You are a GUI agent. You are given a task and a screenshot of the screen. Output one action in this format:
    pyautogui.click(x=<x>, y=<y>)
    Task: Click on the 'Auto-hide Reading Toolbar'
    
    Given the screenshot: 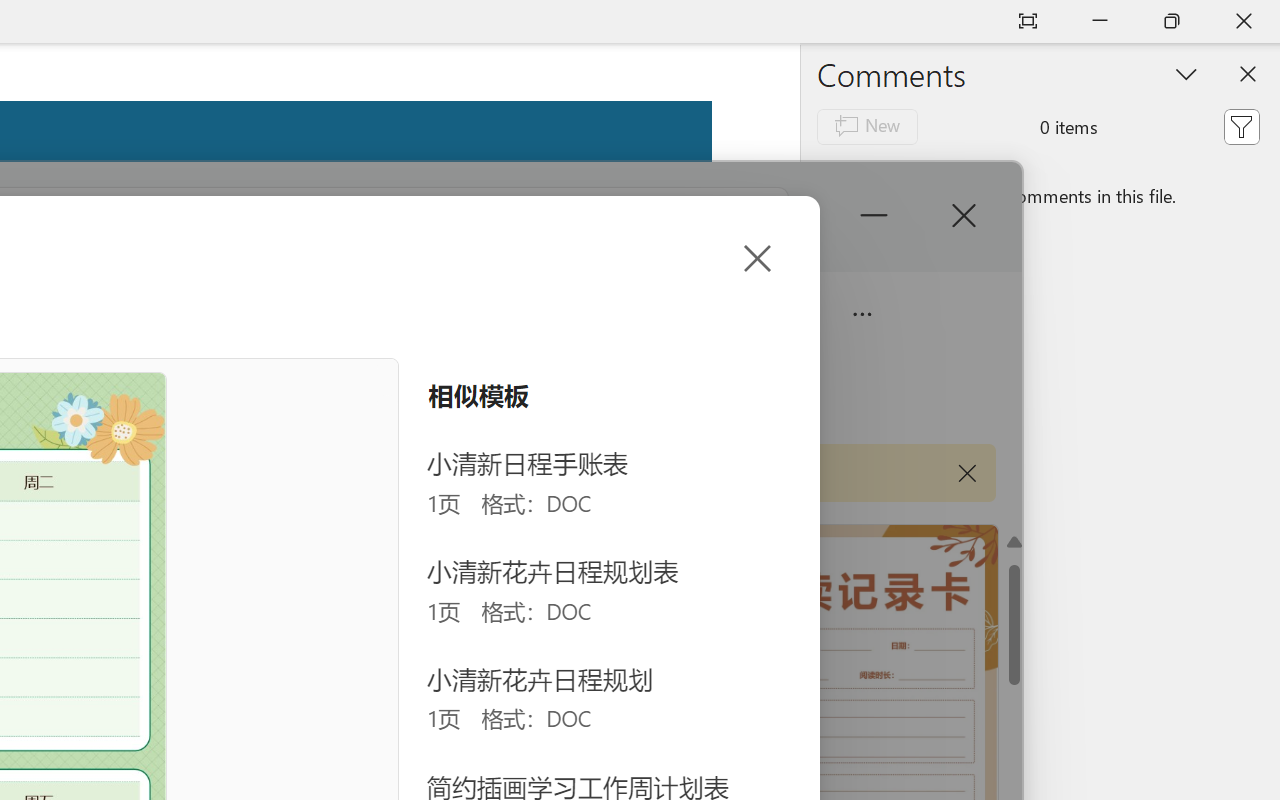 What is the action you would take?
    pyautogui.click(x=1027, y=21)
    